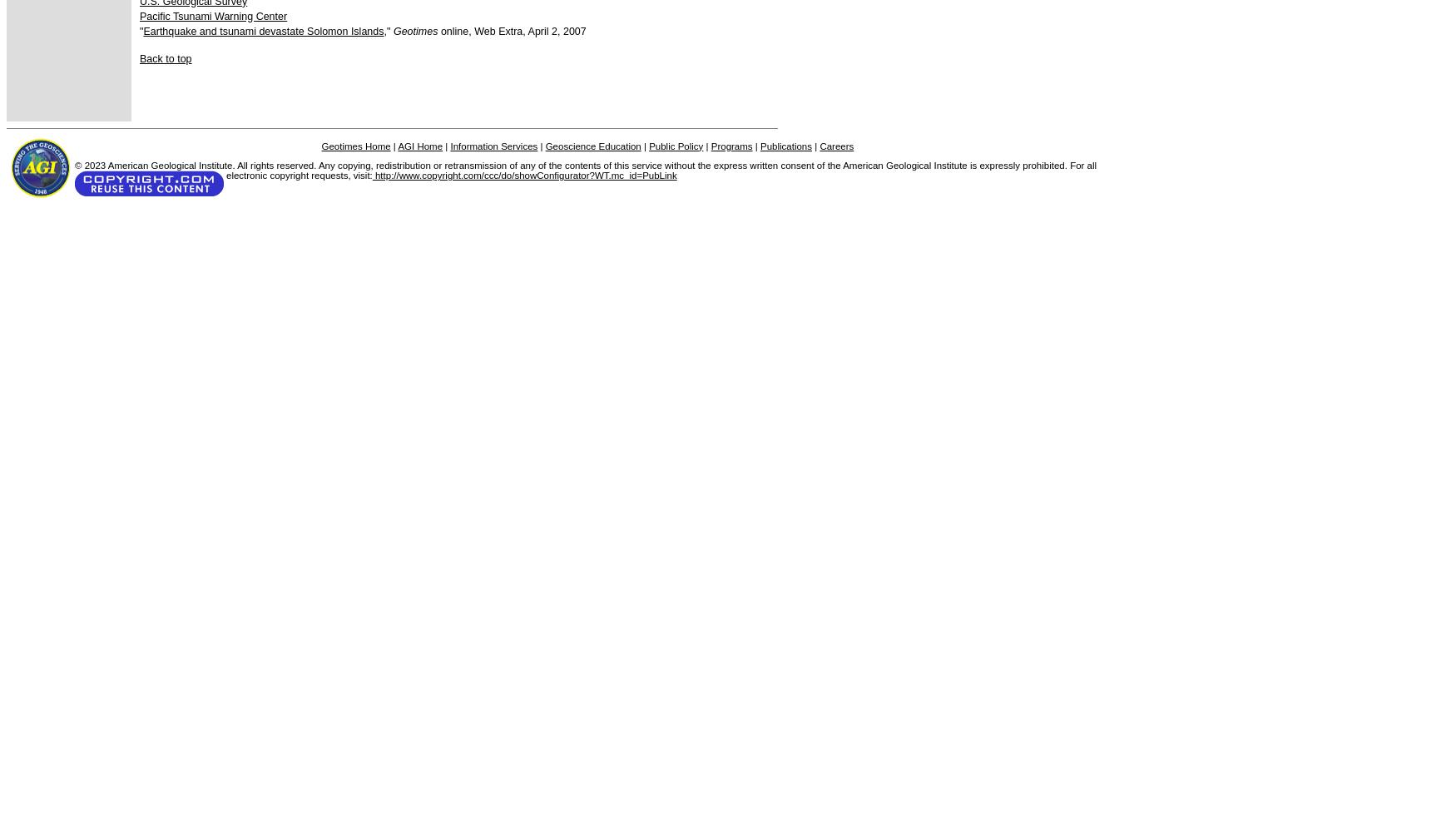  Describe the element at coordinates (835, 146) in the screenshot. I see `'Careers'` at that location.